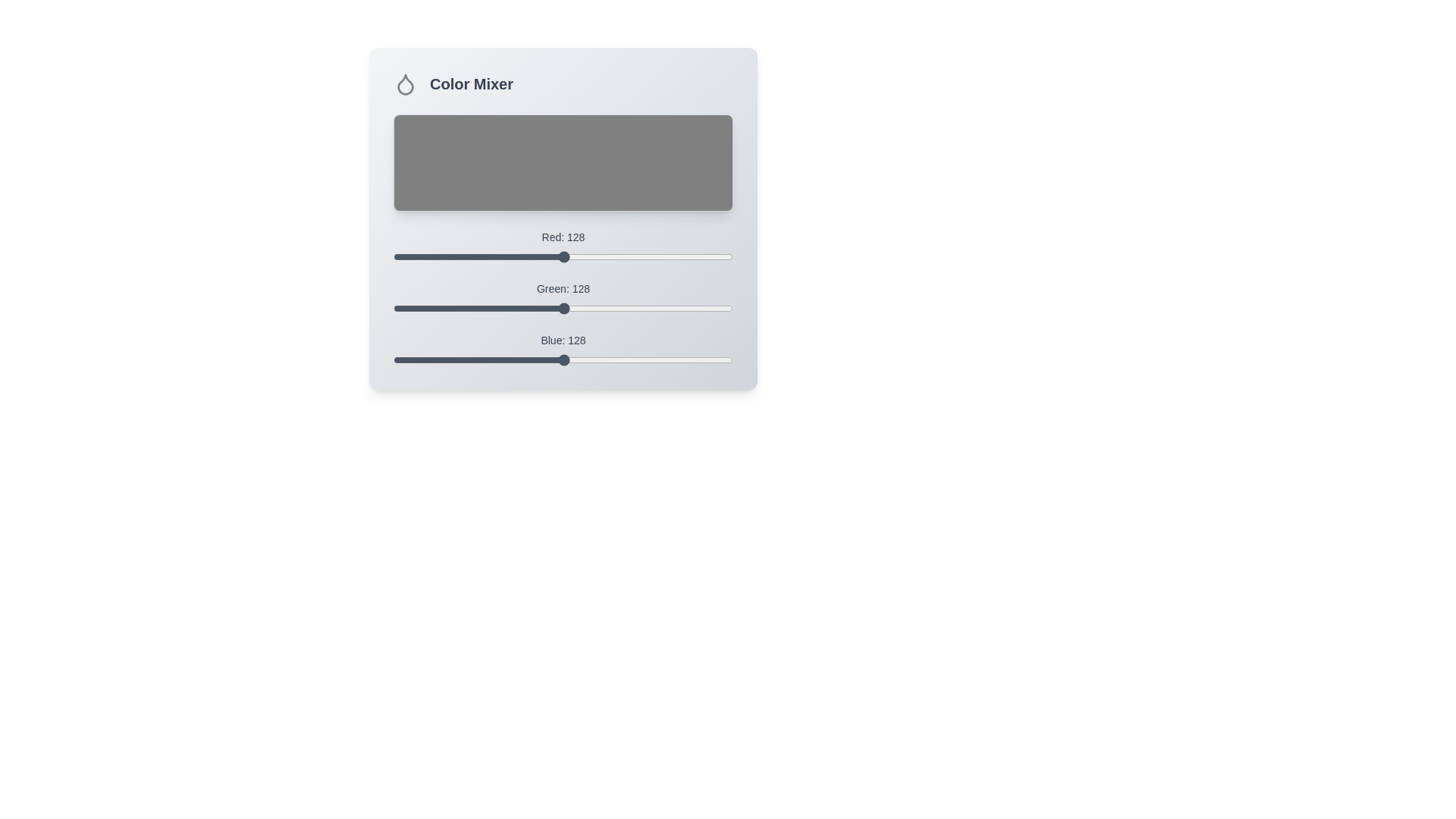 The height and width of the screenshot is (819, 1456). Describe the element at coordinates (623, 308) in the screenshot. I see `the green slider to 173` at that location.